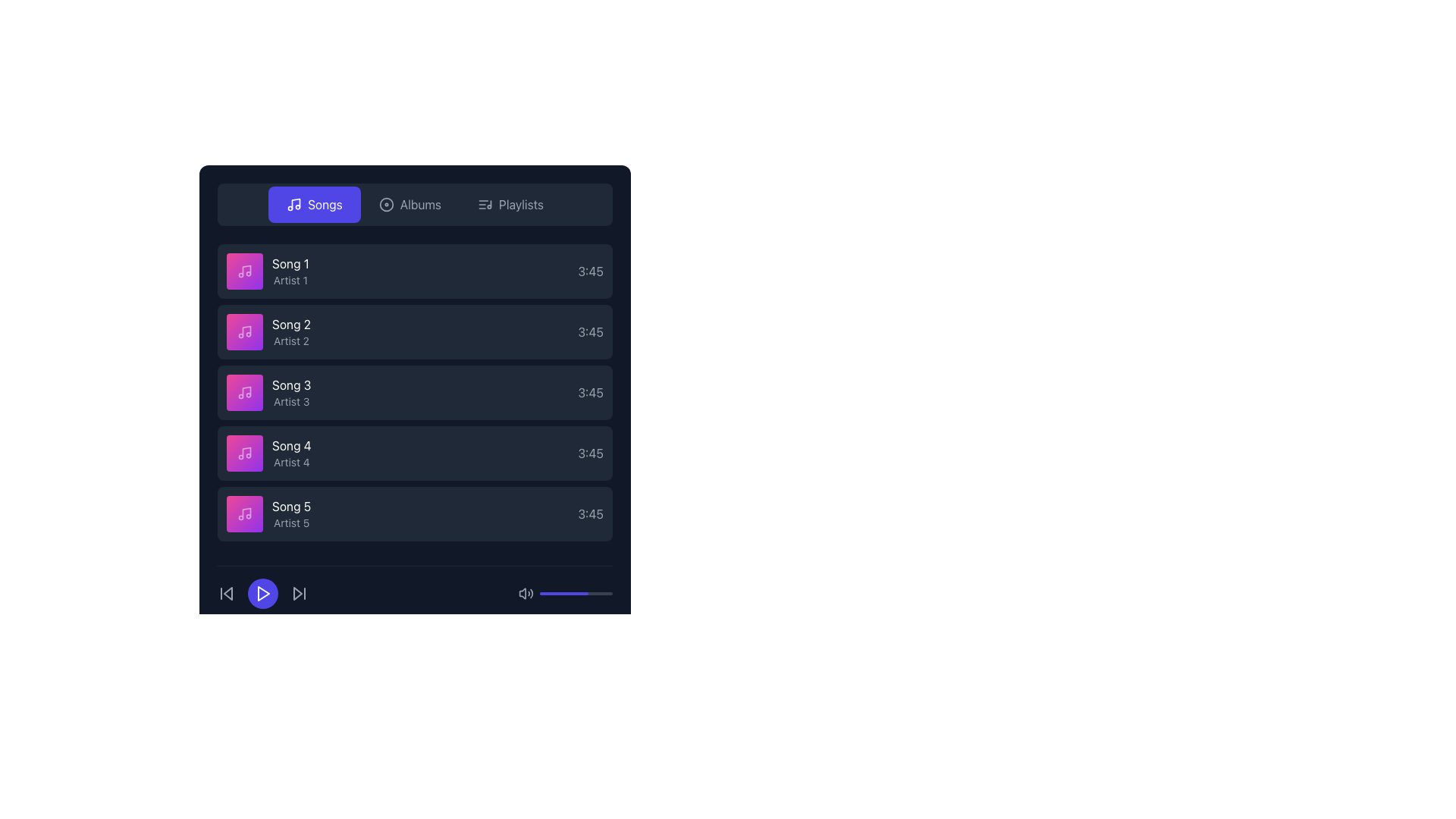 This screenshot has height=819, width=1456. I want to click on the 'Playlists' menu label located in the horizontal navigation bar, so click(521, 205).